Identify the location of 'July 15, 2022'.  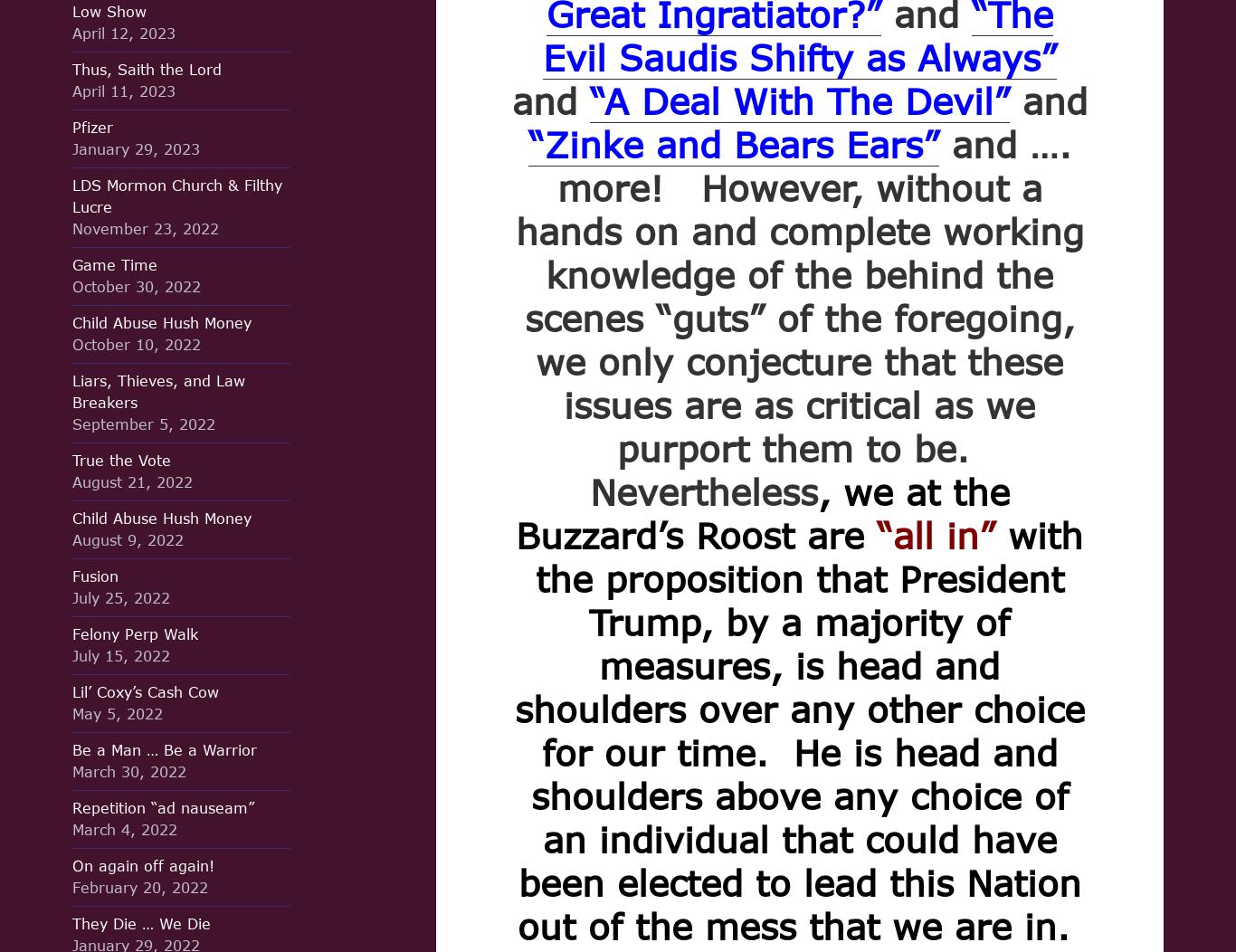
(120, 655).